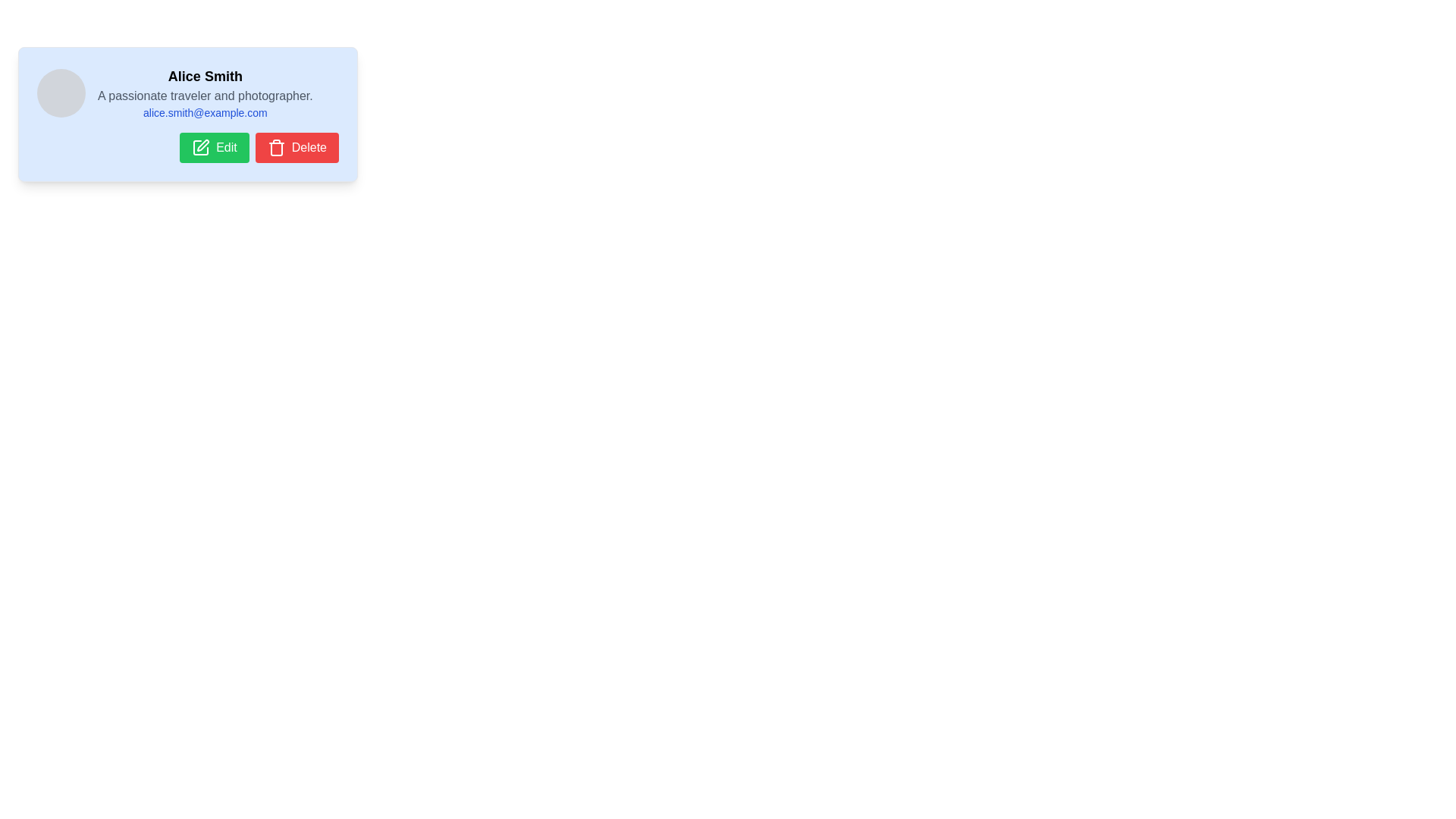 The image size is (1456, 819). What do you see at coordinates (204, 76) in the screenshot?
I see `the text label that reads 'Alice Smith', which is bold and larger than surrounding text, located at the upper left section of the interface` at bounding box center [204, 76].